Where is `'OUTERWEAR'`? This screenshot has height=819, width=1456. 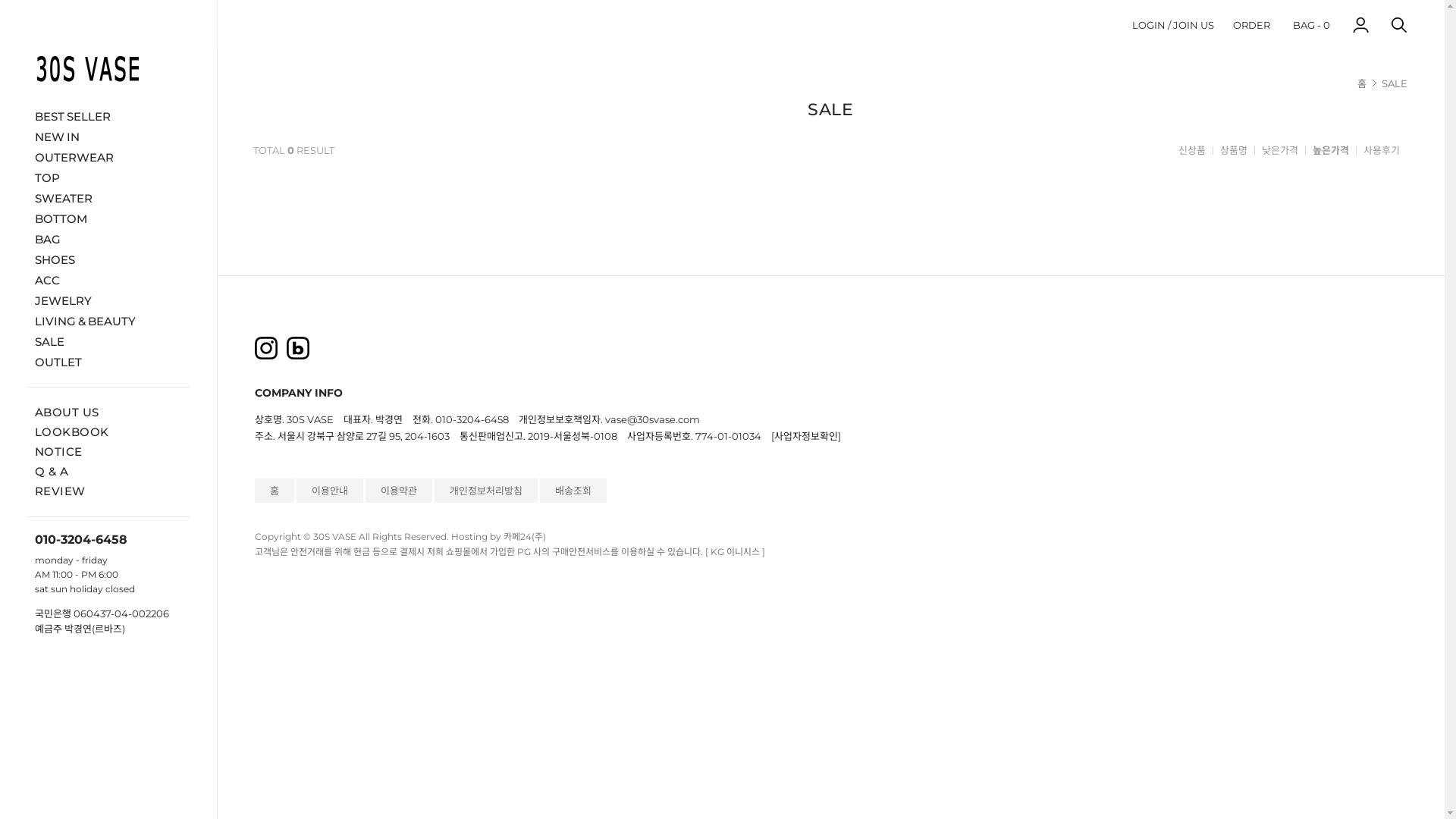 'OUTERWEAR' is located at coordinates (27, 156).